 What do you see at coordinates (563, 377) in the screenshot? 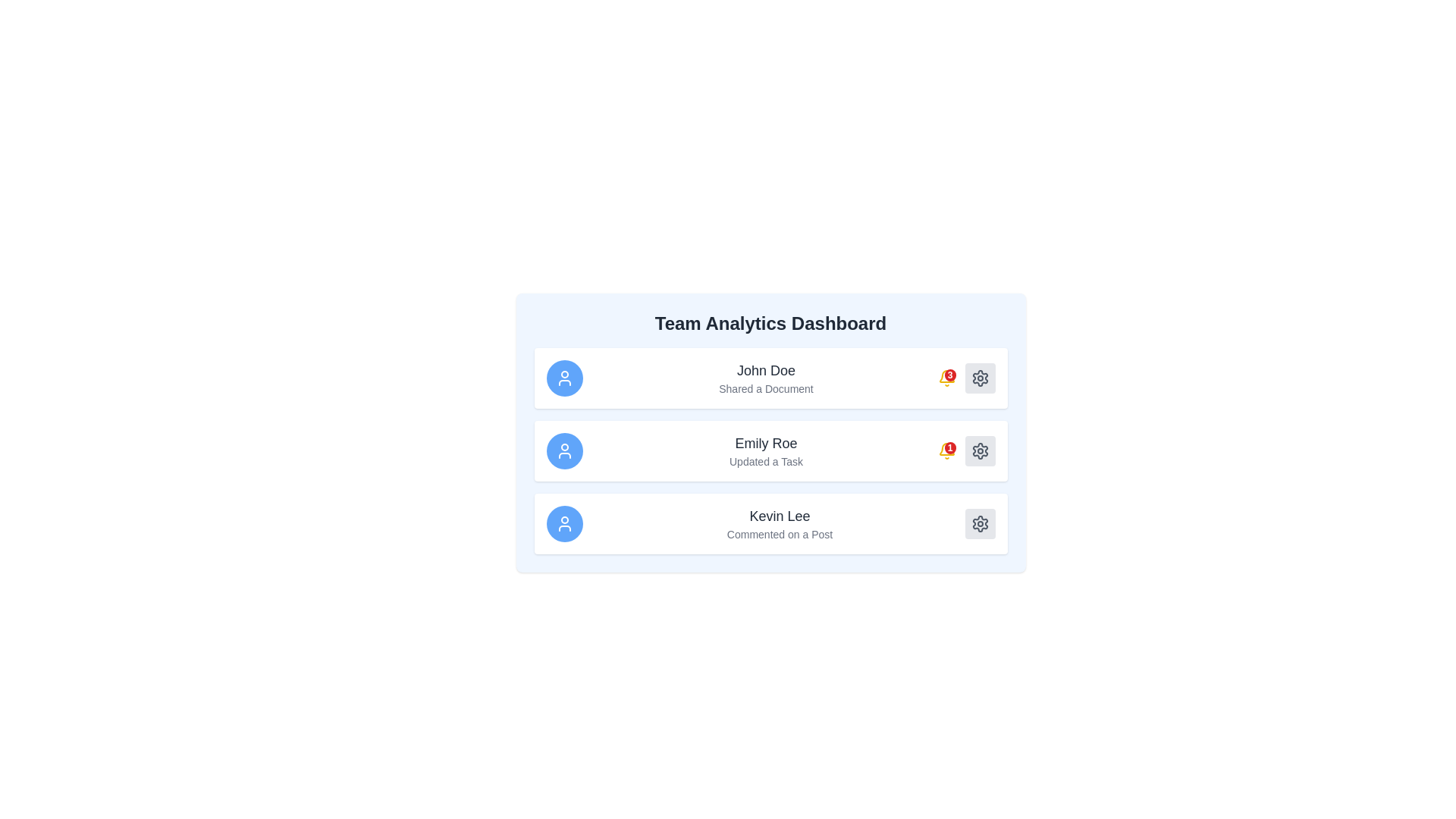
I see `the circular blue profile icon located on the far left of the first row in the user details list` at bounding box center [563, 377].